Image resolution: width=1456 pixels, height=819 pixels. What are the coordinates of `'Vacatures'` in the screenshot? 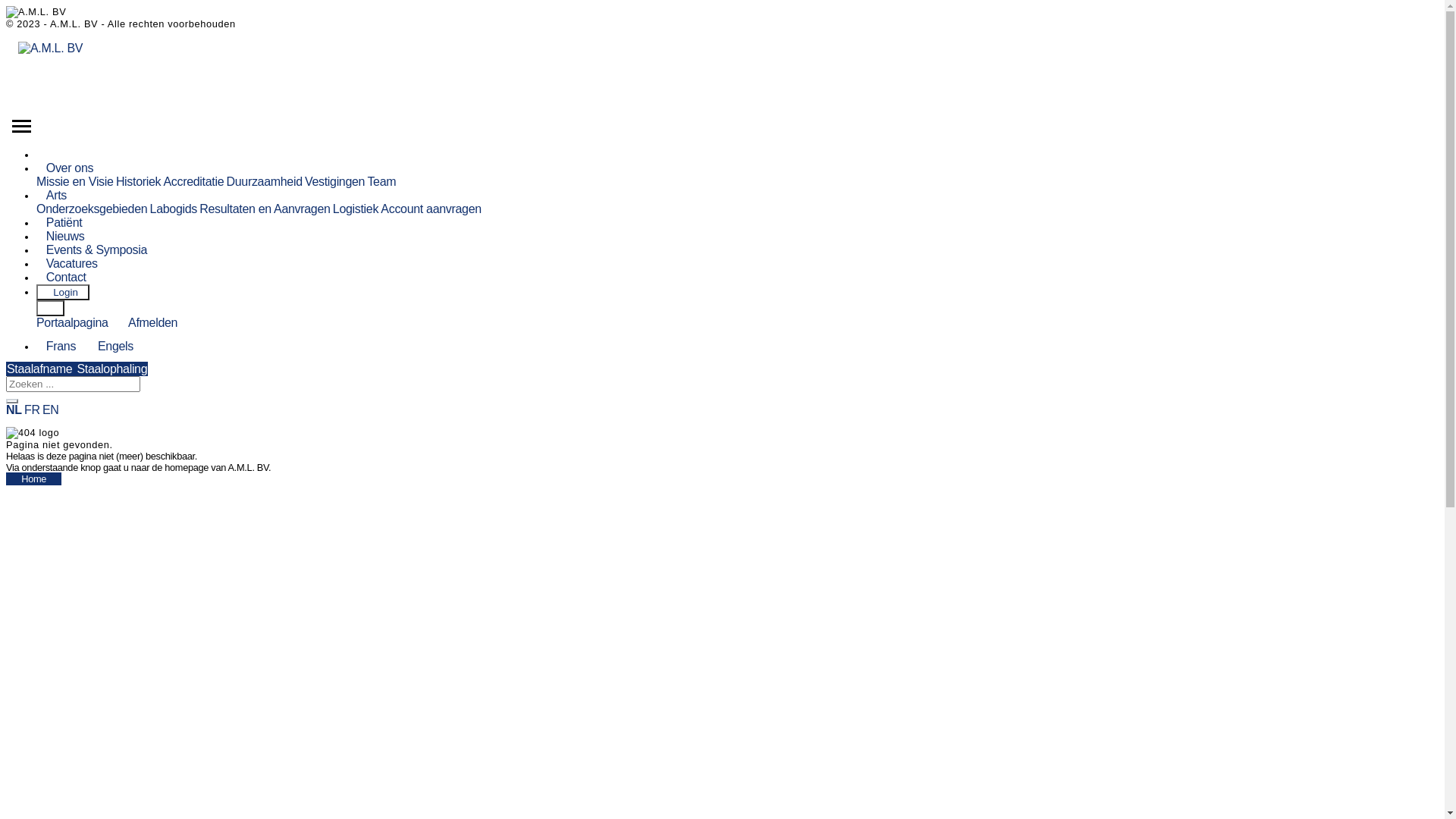 It's located at (71, 262).